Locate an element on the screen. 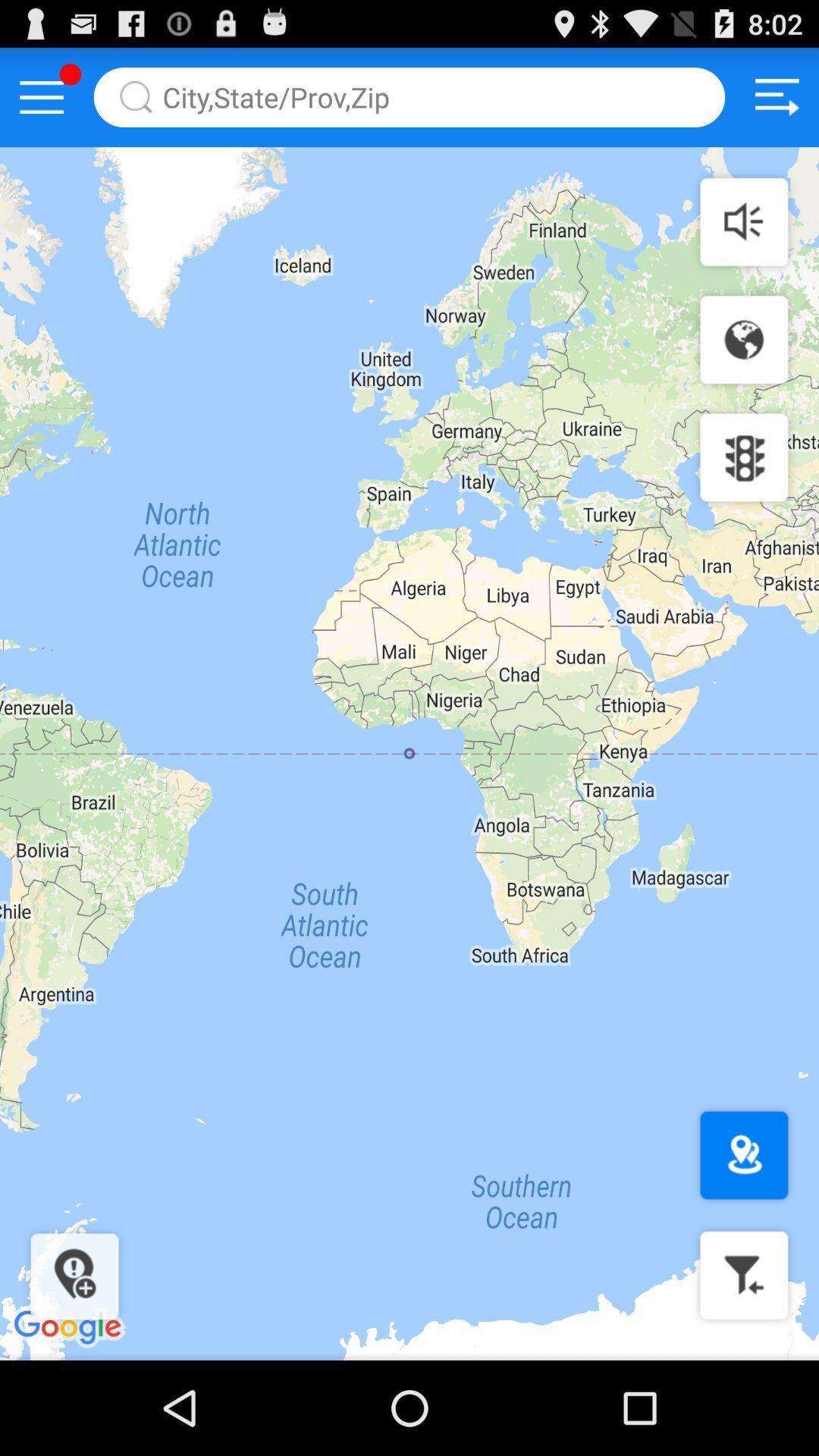  search for location is located at coordinates (409, 96).